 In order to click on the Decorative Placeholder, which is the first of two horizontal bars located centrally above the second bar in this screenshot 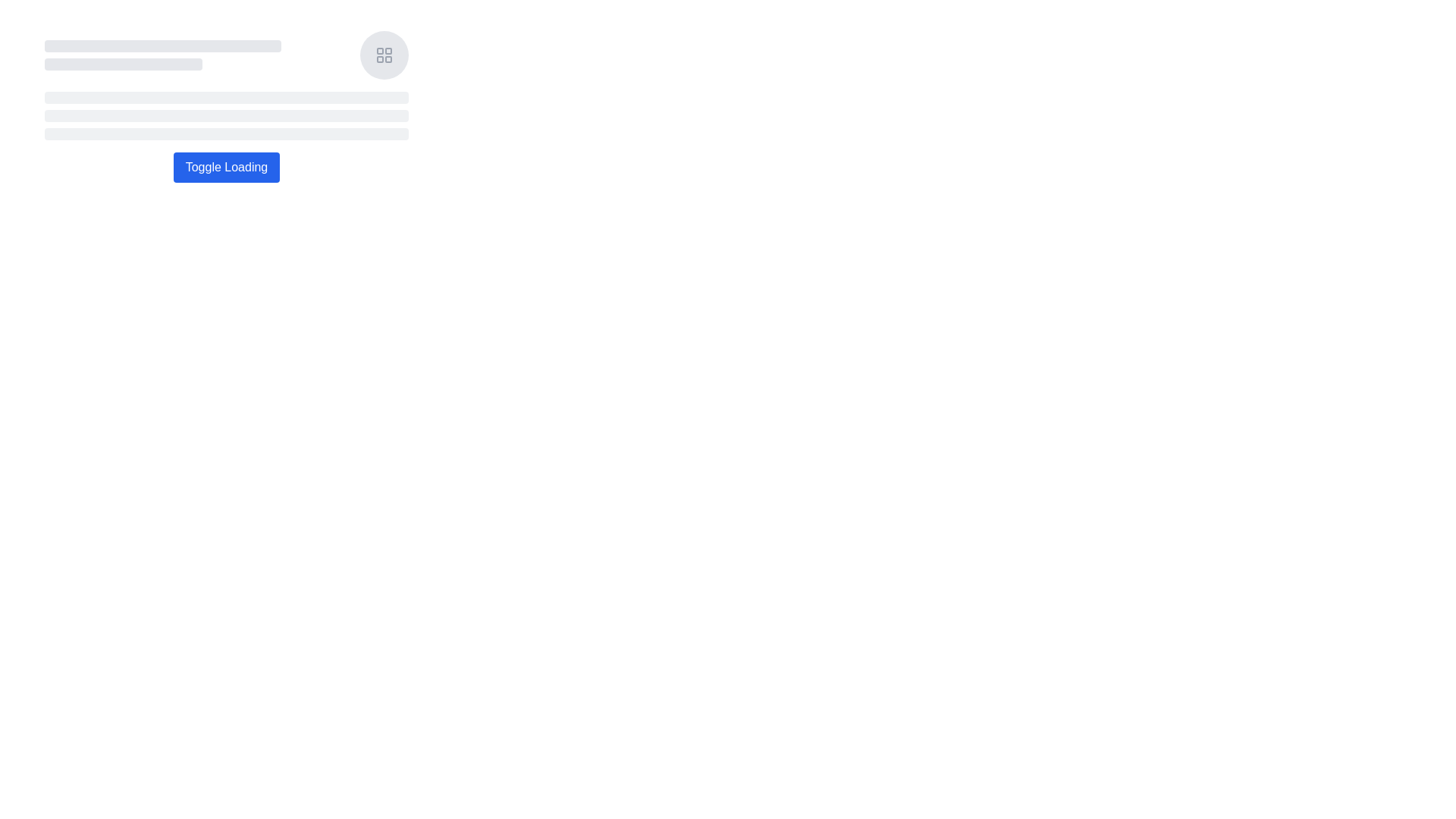, I will do `click(163, 45)`.